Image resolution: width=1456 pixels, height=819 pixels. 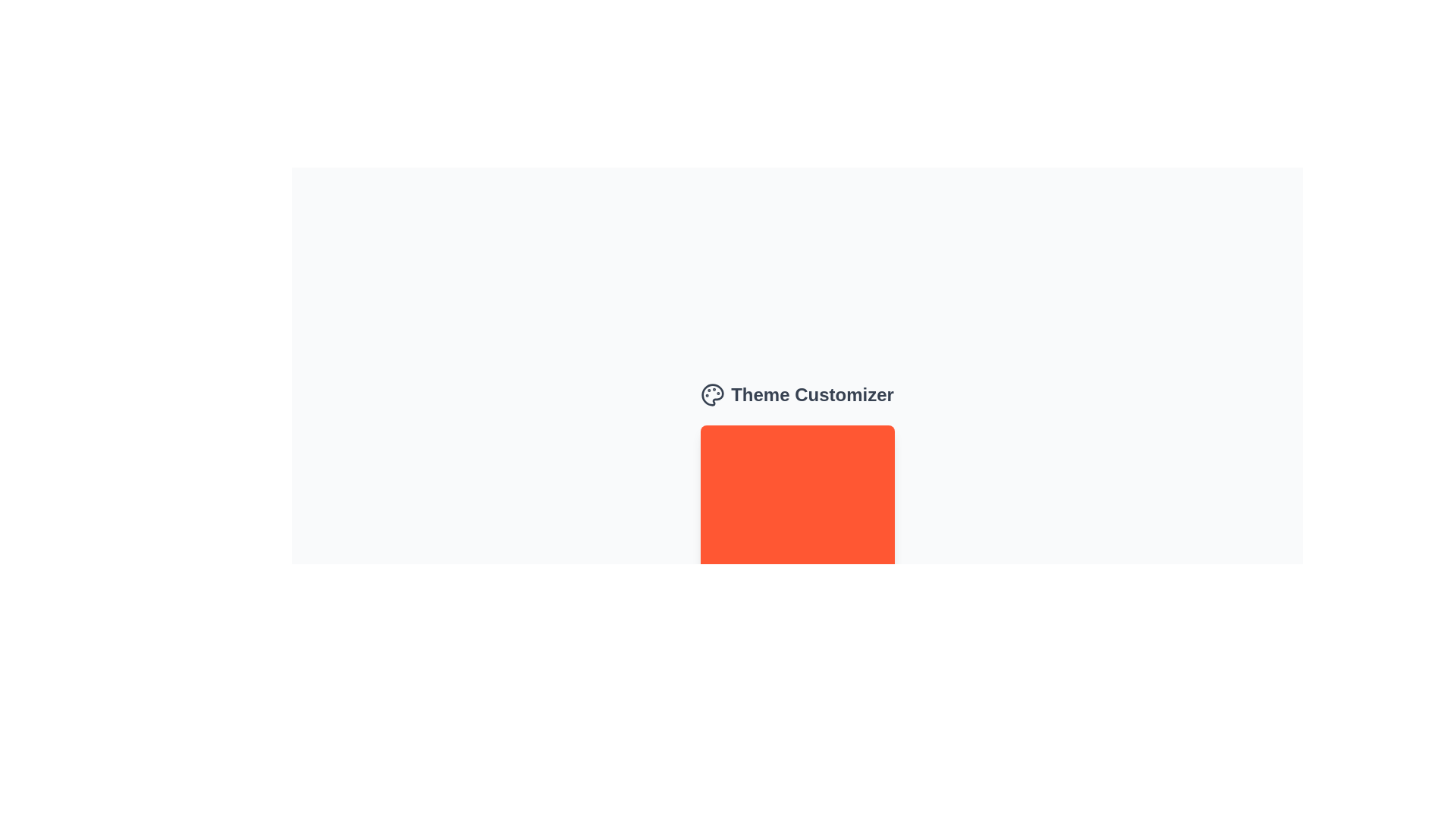 What do you see at coordinates (796, 394) in the screenshot?
I see `text combined with an illustrative icon located near the upper middle section of the interface, above the large orange square, which indicates customization options for themes or styles` at bounding box center [796, 394].